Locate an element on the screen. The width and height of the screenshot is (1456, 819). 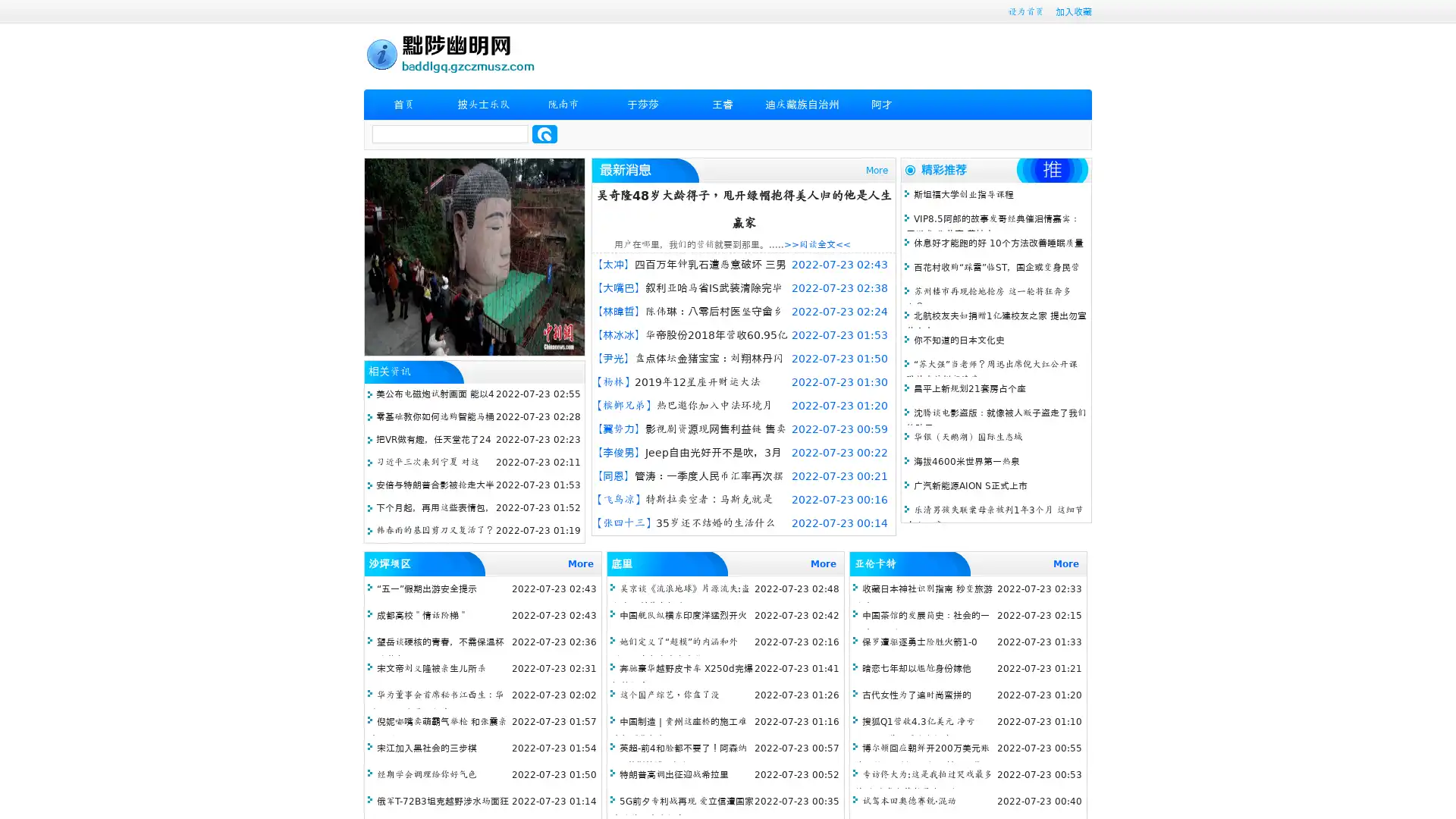
Search is located at coordinates (544, 133).